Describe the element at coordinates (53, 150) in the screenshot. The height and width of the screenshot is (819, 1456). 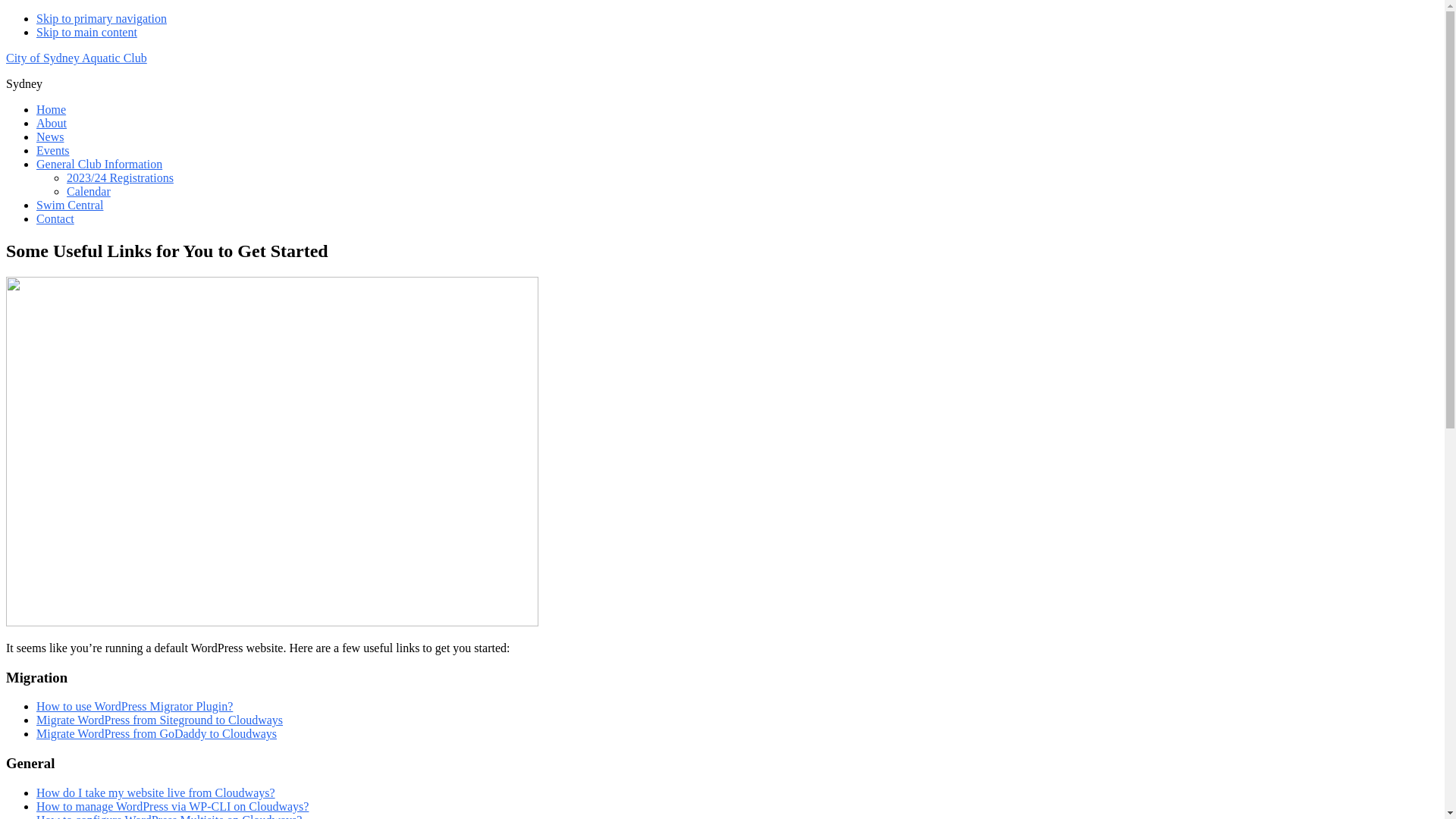
I see `'Events'` at that location.